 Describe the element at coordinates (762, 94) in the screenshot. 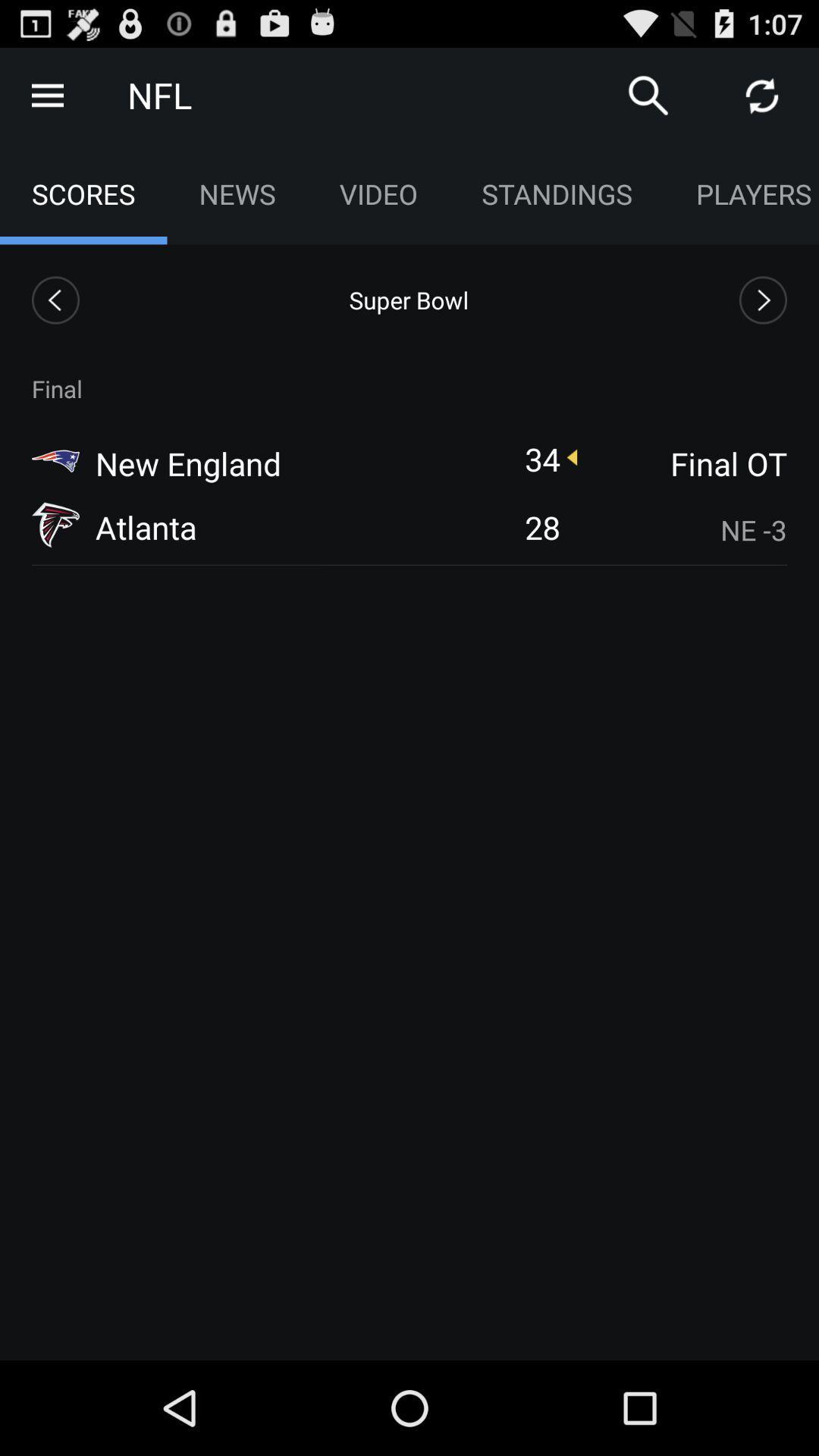

I see `refresh` at that location.